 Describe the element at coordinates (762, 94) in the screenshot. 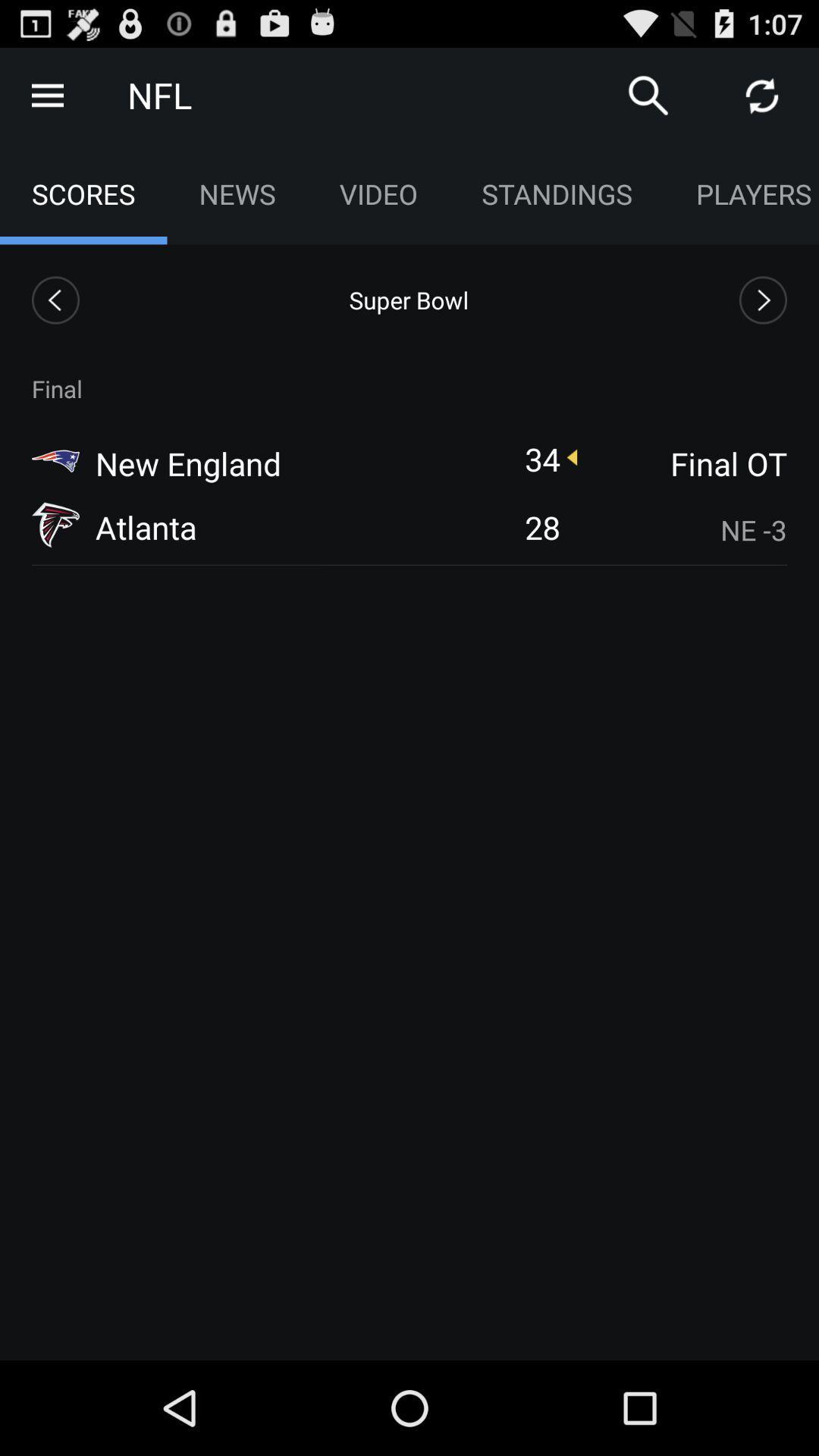

I see `refresh` at that location.